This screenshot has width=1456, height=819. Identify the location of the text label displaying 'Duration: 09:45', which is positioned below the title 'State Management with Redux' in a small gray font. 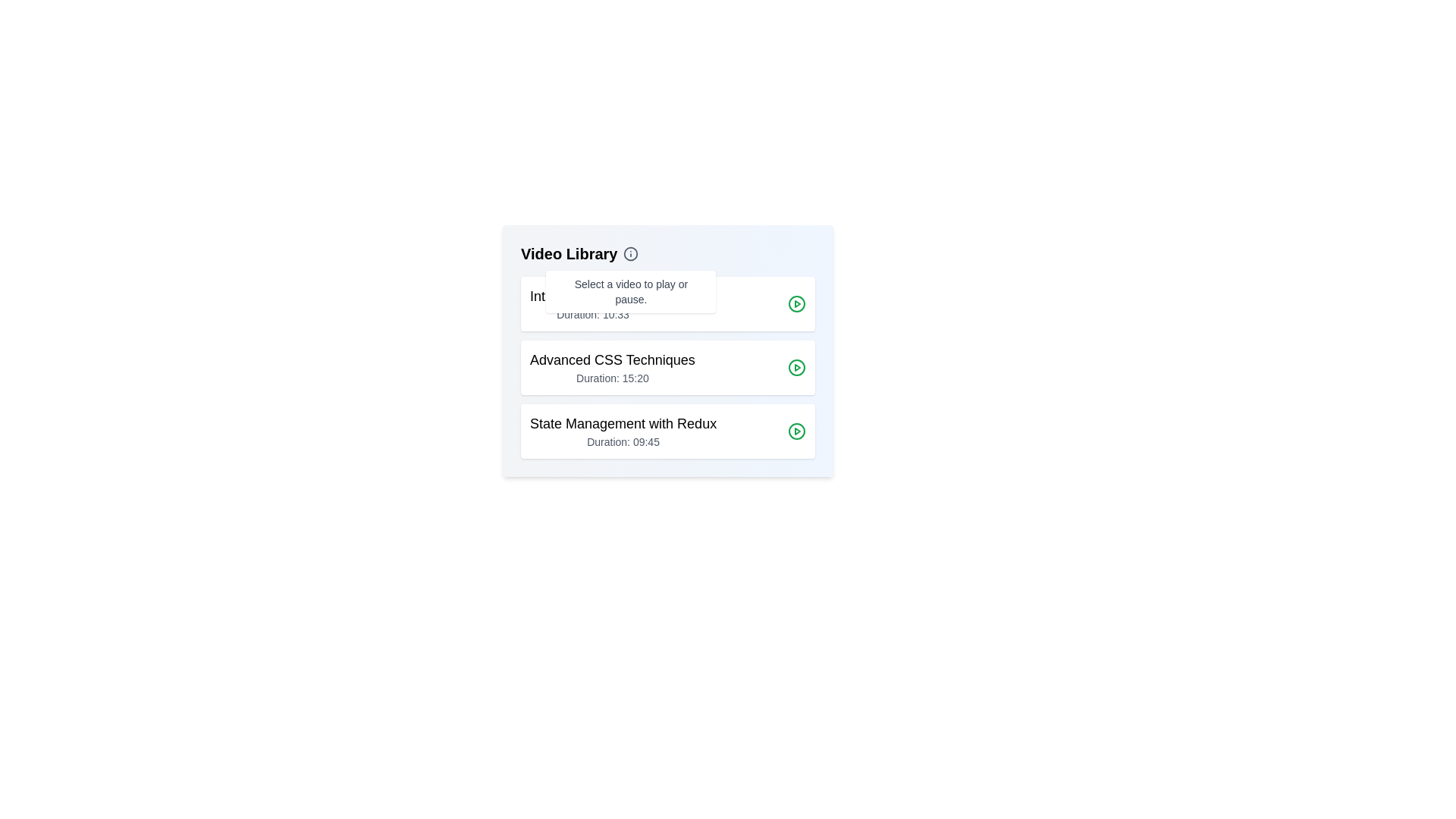
(623, 441).